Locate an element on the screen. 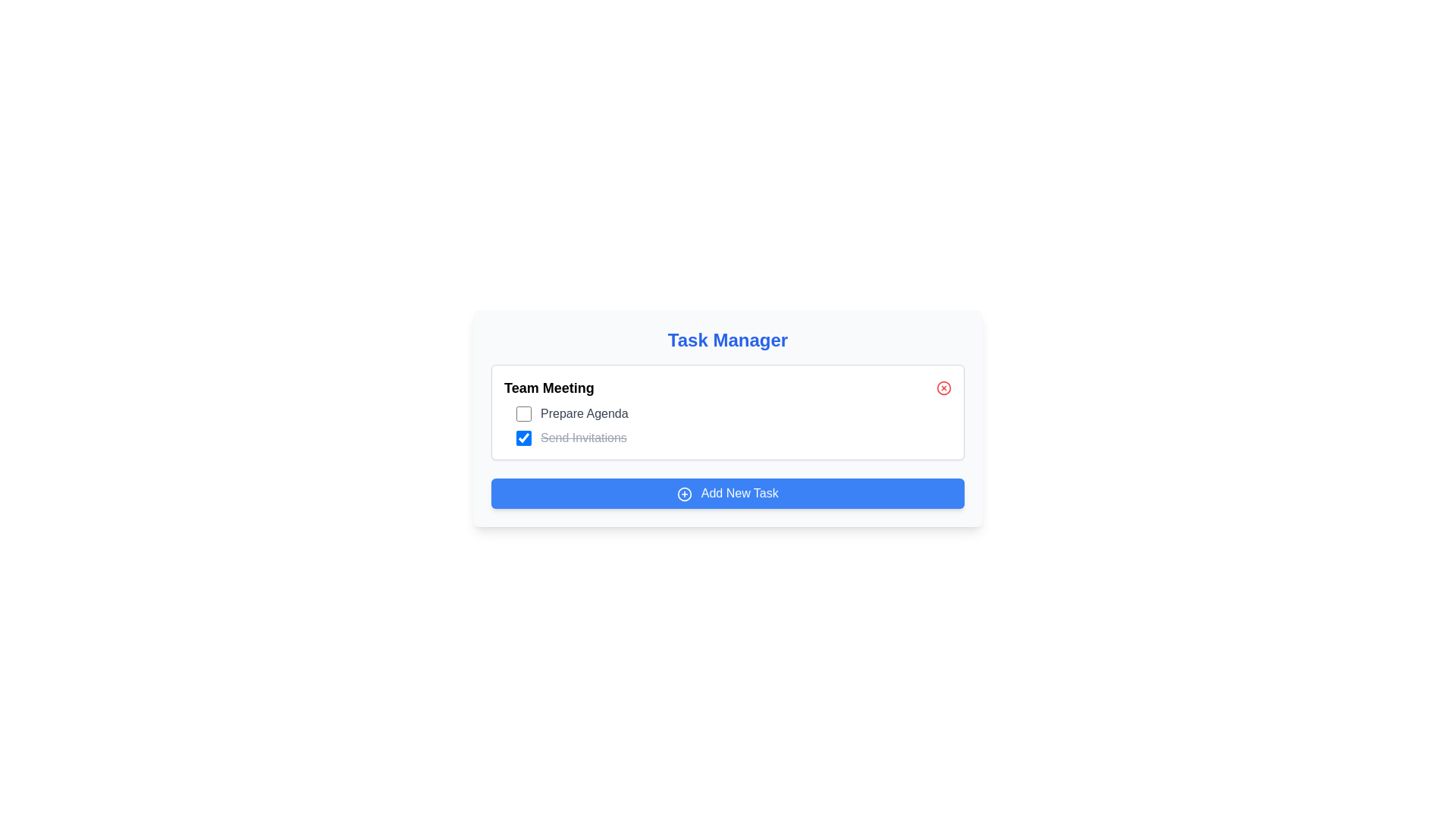 The image size is (1456, 819). the button for removing or canceling the 'Team Meeting' section to observe the color change is located at coordinates (943, 388).